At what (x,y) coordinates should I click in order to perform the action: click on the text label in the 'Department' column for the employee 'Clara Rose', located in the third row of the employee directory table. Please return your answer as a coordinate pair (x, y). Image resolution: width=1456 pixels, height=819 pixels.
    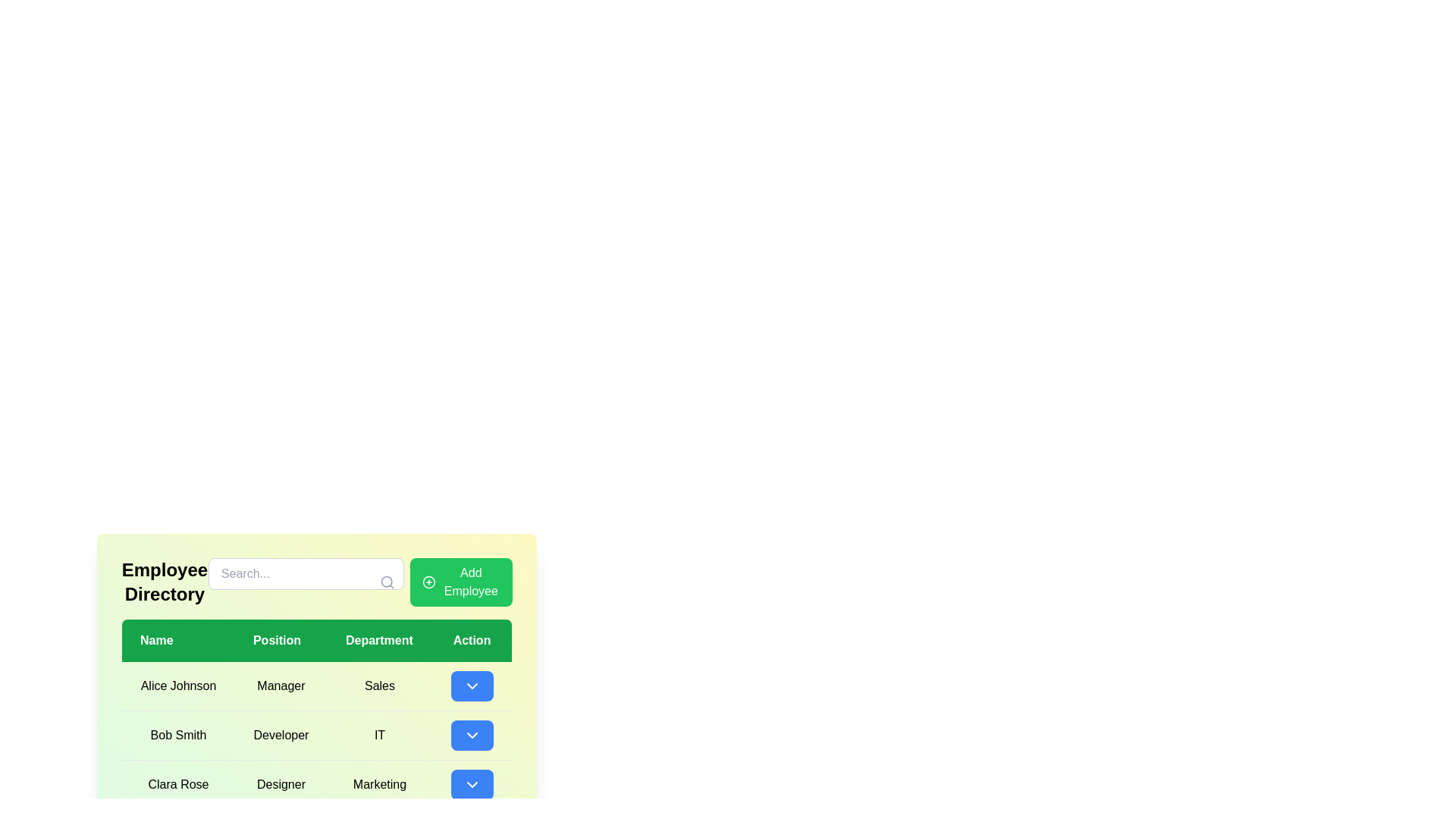
    Looking at the image, I should click on (379, 784).